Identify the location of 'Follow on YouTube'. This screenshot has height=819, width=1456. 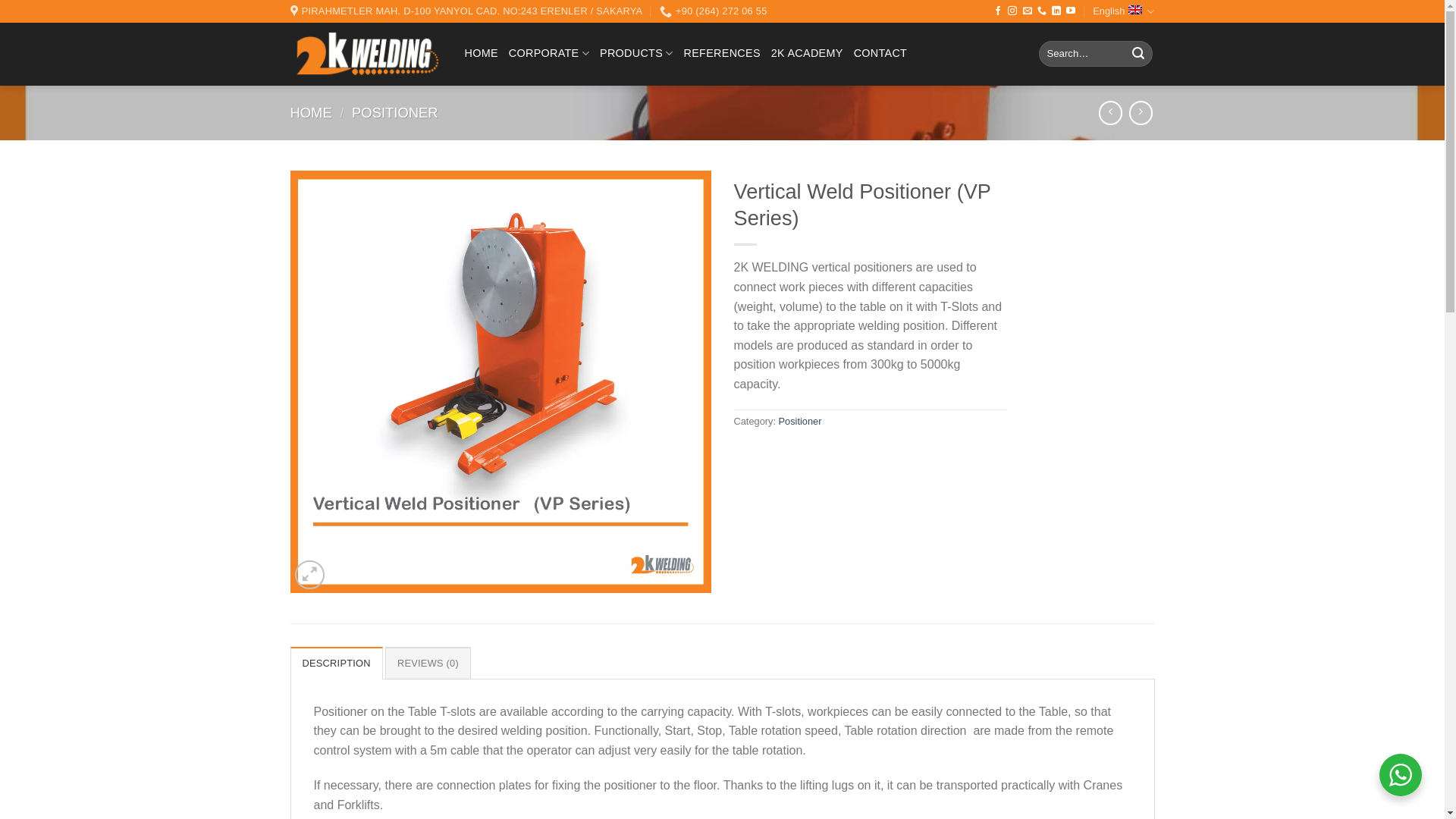
(1069, 11).